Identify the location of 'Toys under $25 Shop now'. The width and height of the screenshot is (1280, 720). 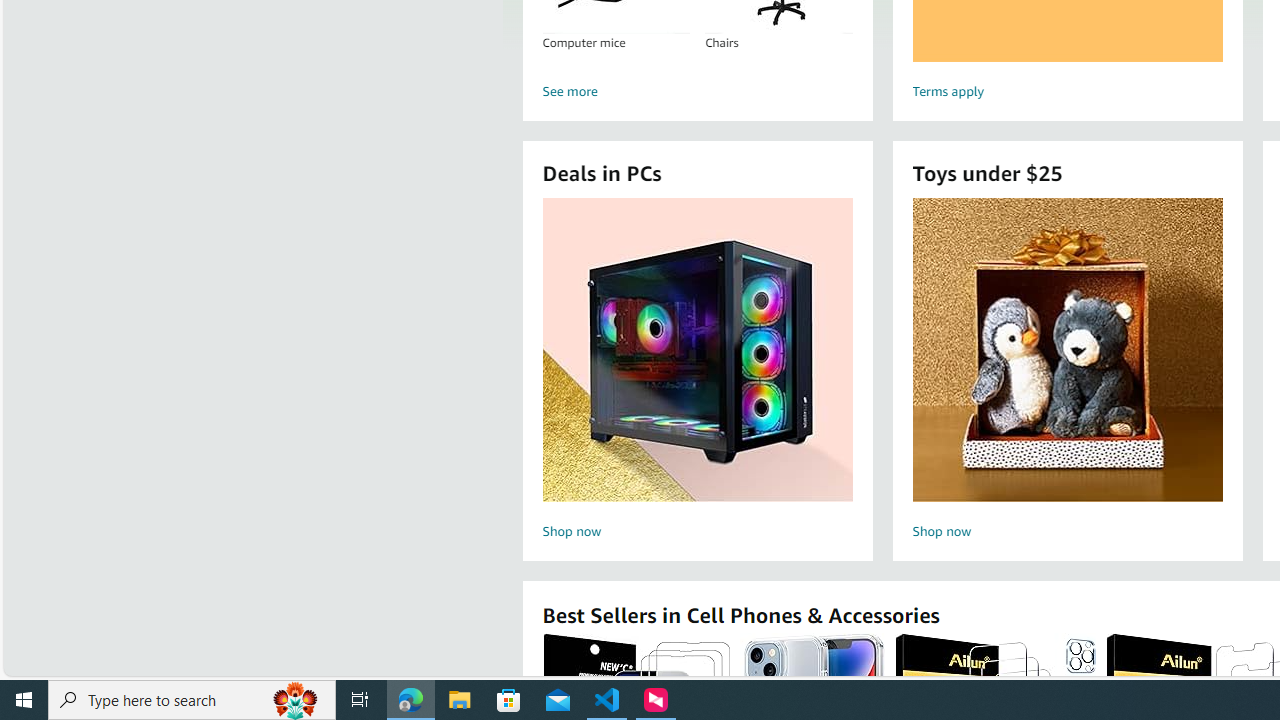
(1066, 371).